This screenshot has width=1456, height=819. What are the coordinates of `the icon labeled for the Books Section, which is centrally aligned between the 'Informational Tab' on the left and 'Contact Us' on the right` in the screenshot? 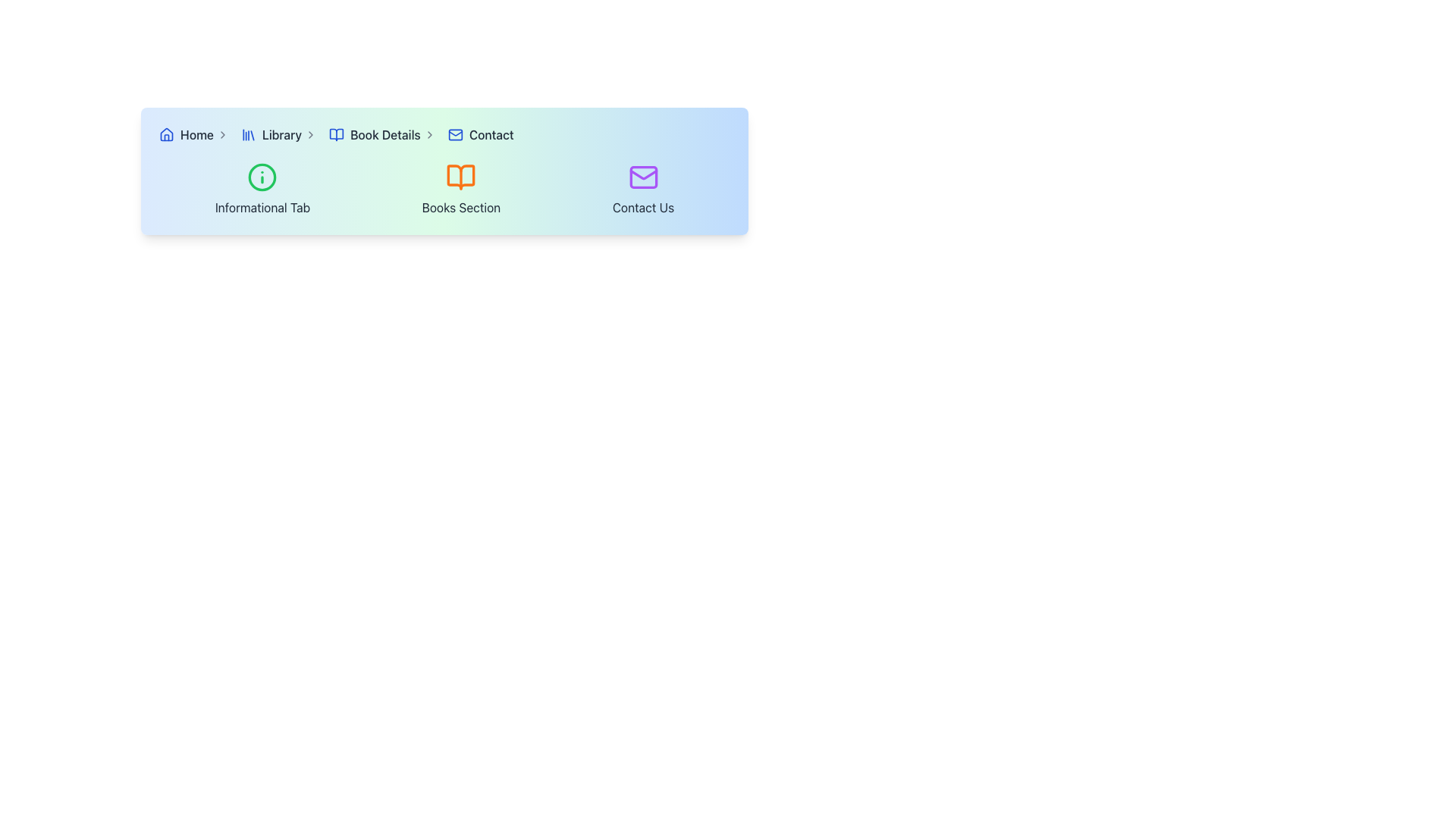 It's located at (444, 217).